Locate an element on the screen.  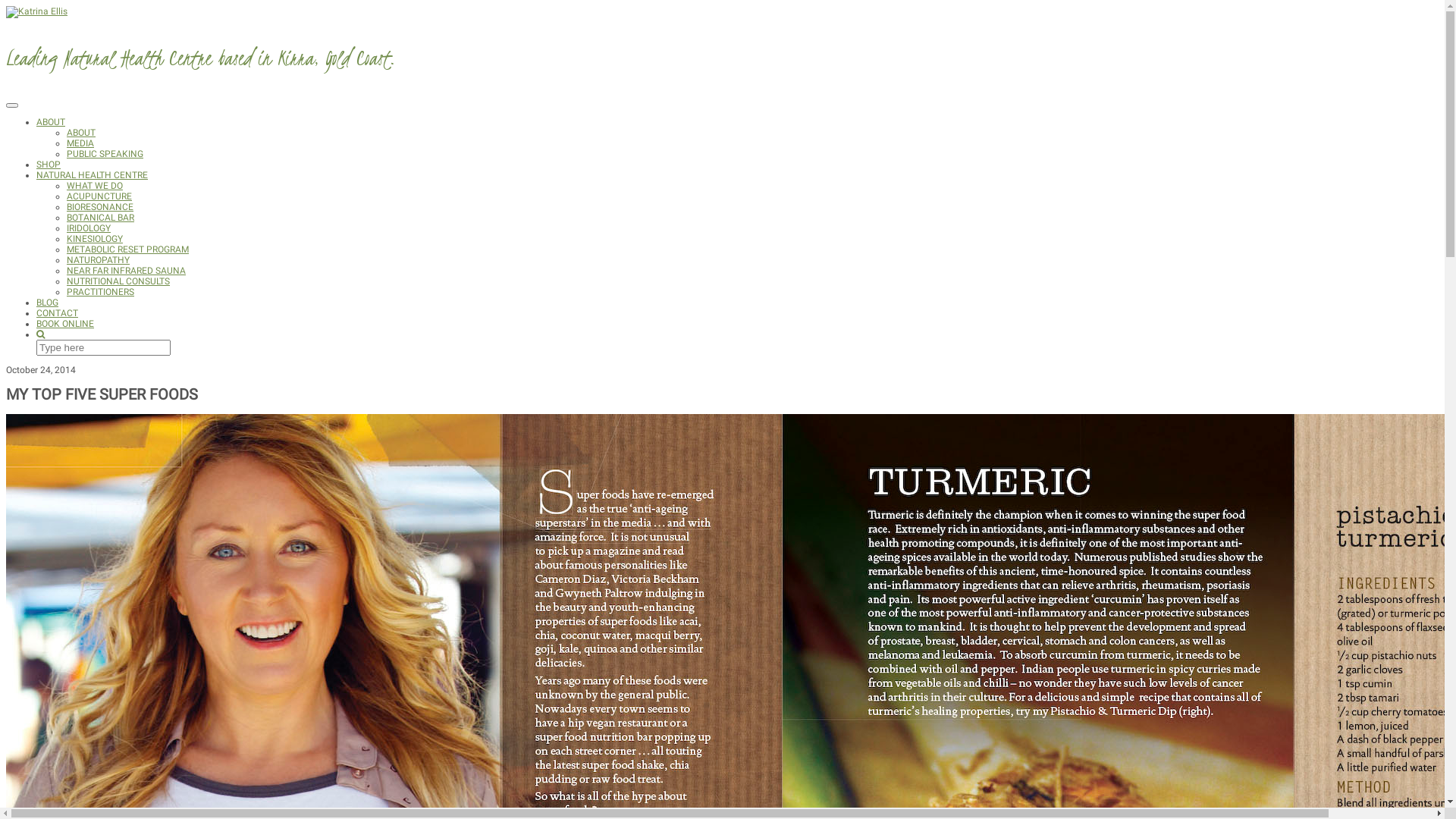
'WHAT WE DO' is located at coordinates (93, 185).